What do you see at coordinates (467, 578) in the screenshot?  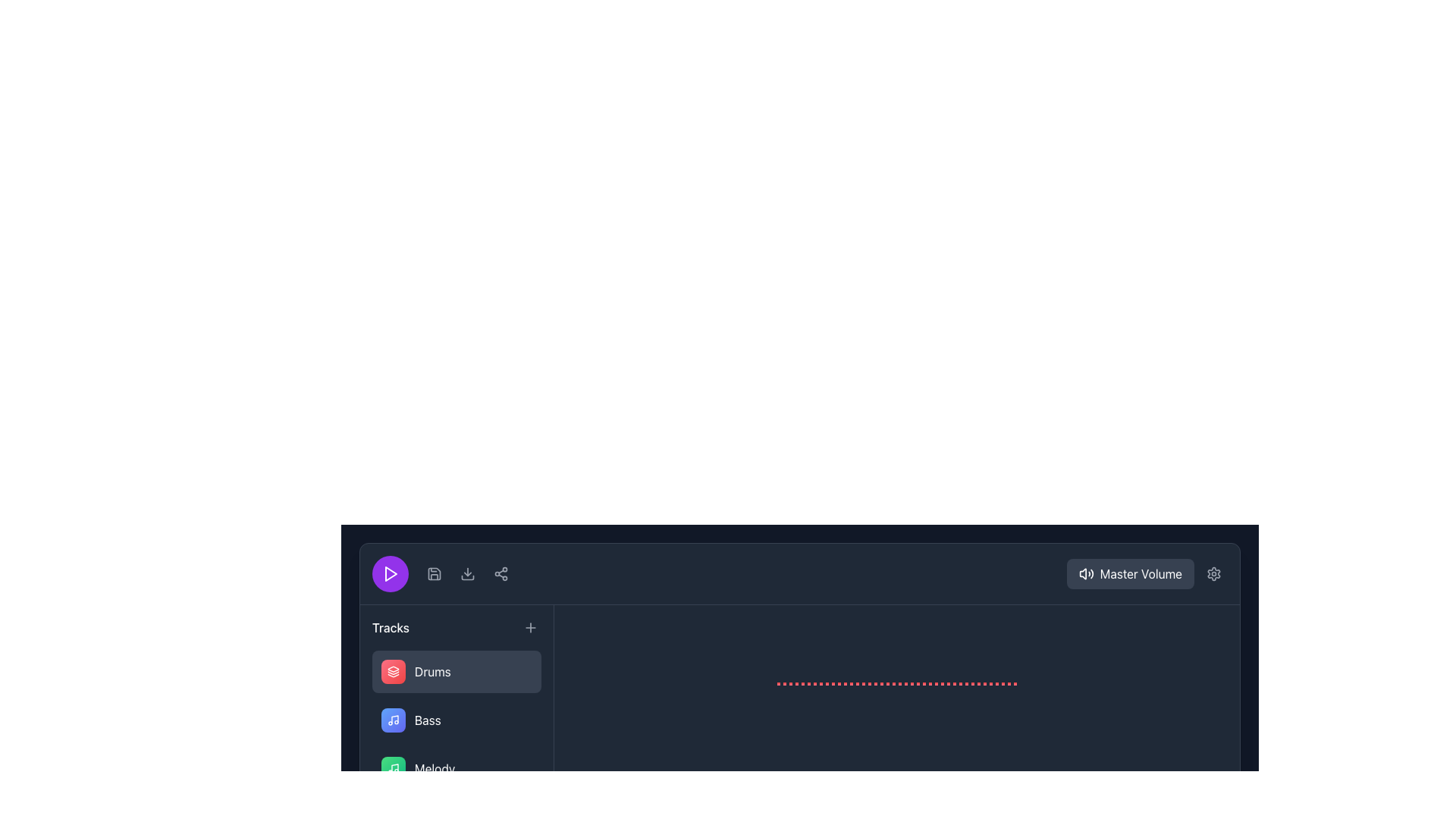 I see `the decorative SVG element representing the download concept, located at the bottom part of the icon group in the upper-right section of the application pane` at bounding box center [467, 578].